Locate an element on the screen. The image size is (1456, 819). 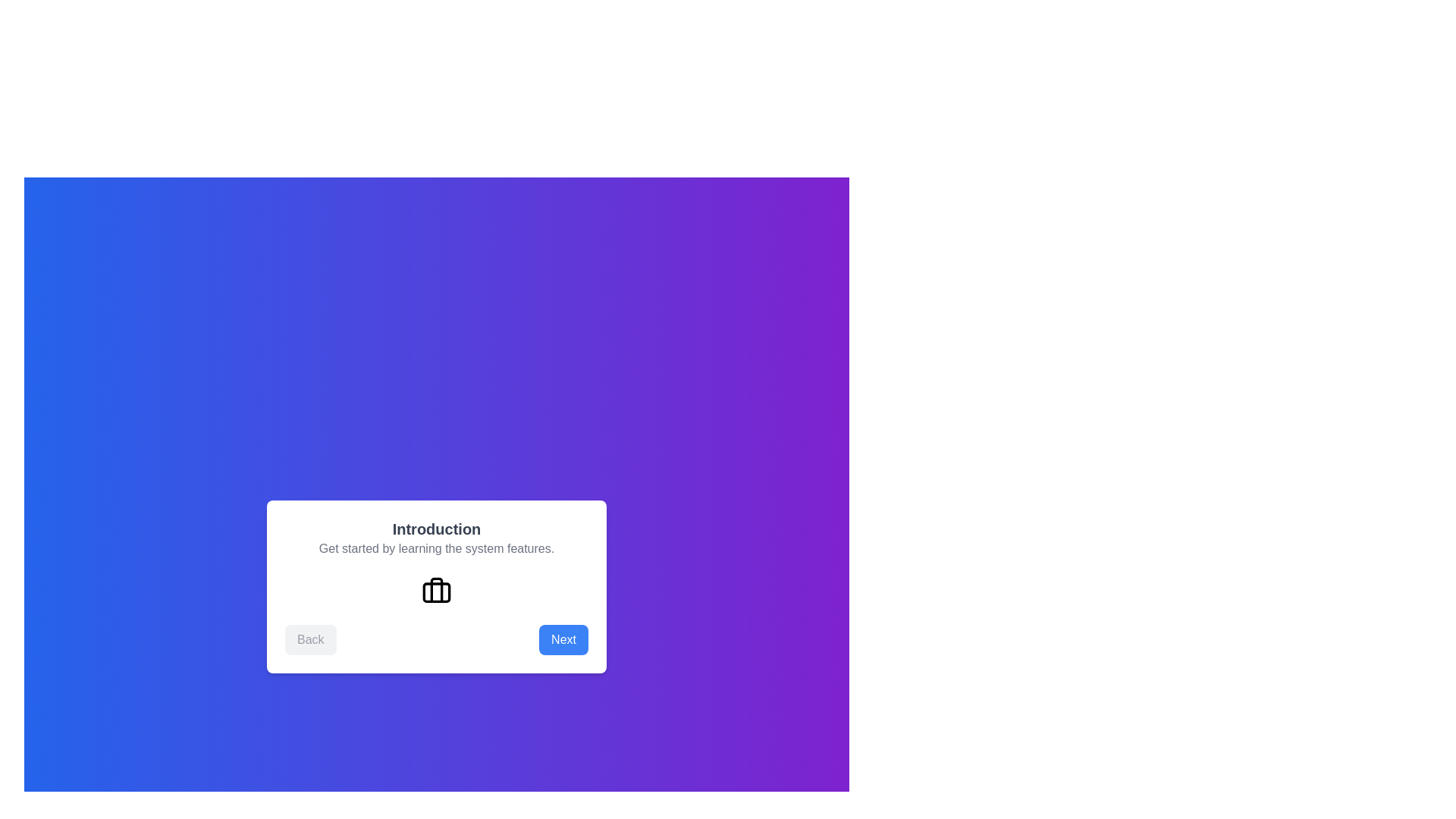
the 'Next' button to navigate to the next step is located at coordinates (563, 640).